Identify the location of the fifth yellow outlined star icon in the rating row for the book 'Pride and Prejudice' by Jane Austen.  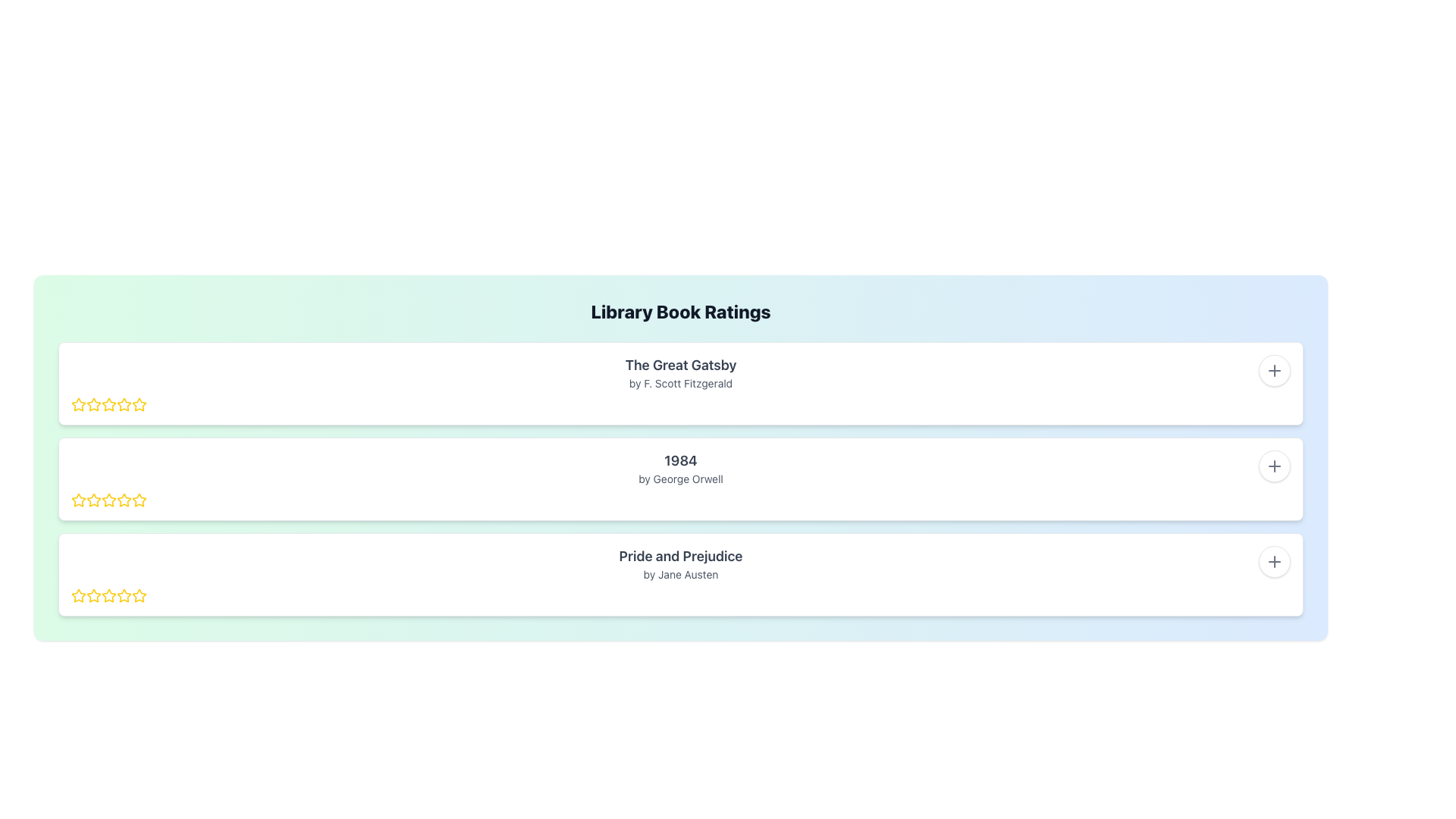
(139, 595).